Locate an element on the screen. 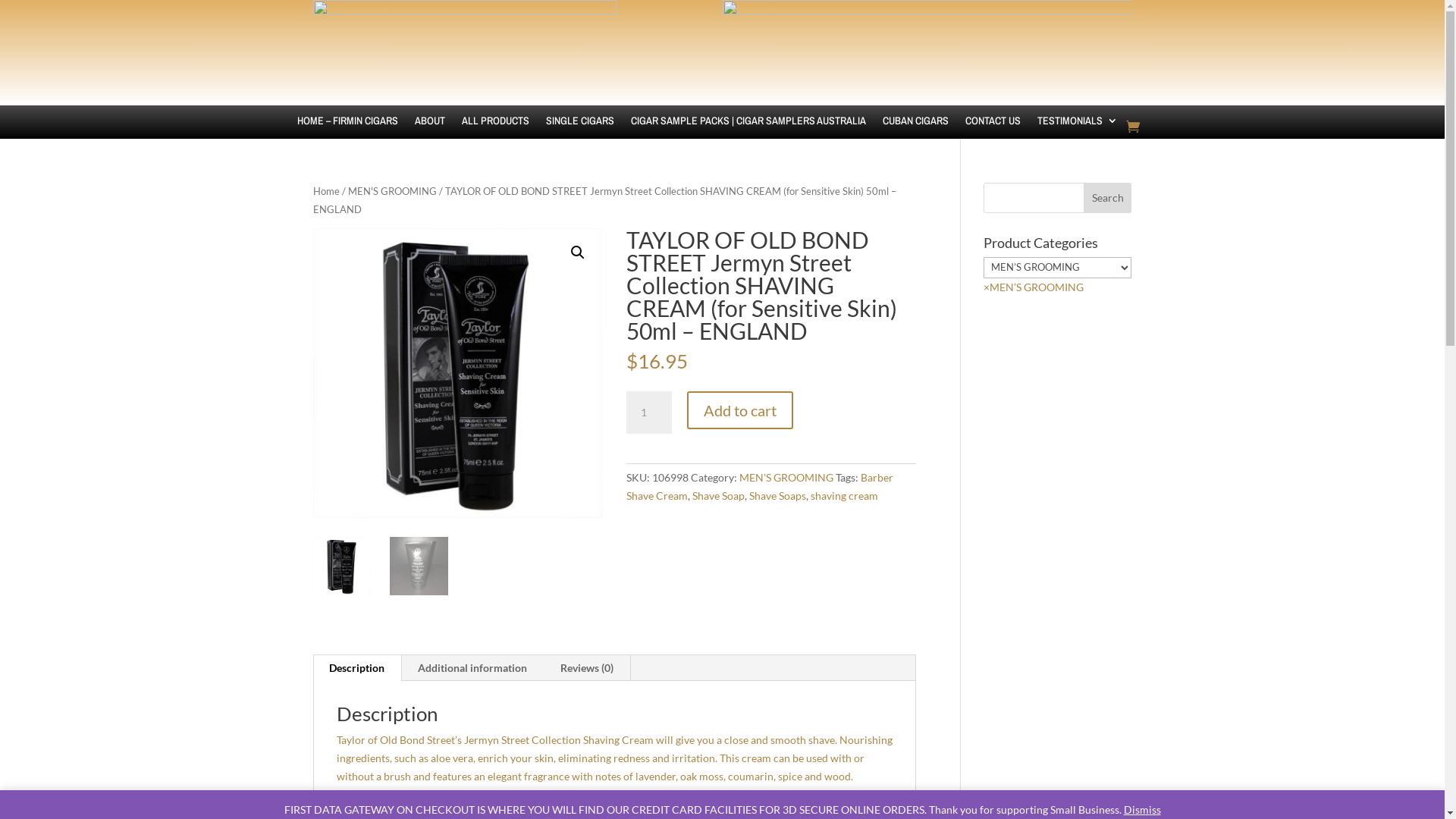 The width and height of the screenshot is (1456, 819). 'TESTIMONIALS' is located at coordinates (1076, 130).